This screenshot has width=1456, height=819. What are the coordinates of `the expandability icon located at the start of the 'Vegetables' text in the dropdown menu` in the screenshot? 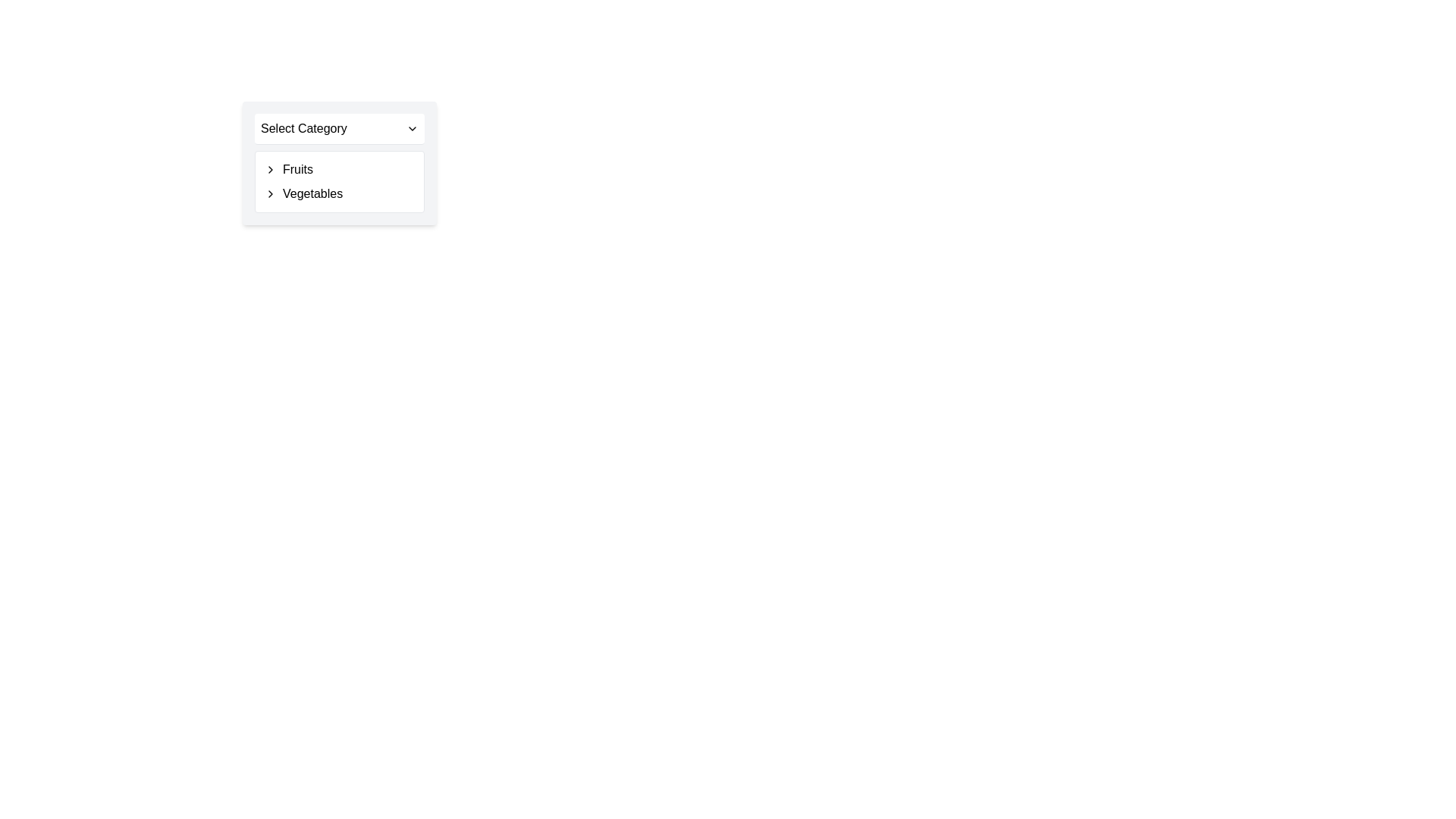 It's located at (270, 193).